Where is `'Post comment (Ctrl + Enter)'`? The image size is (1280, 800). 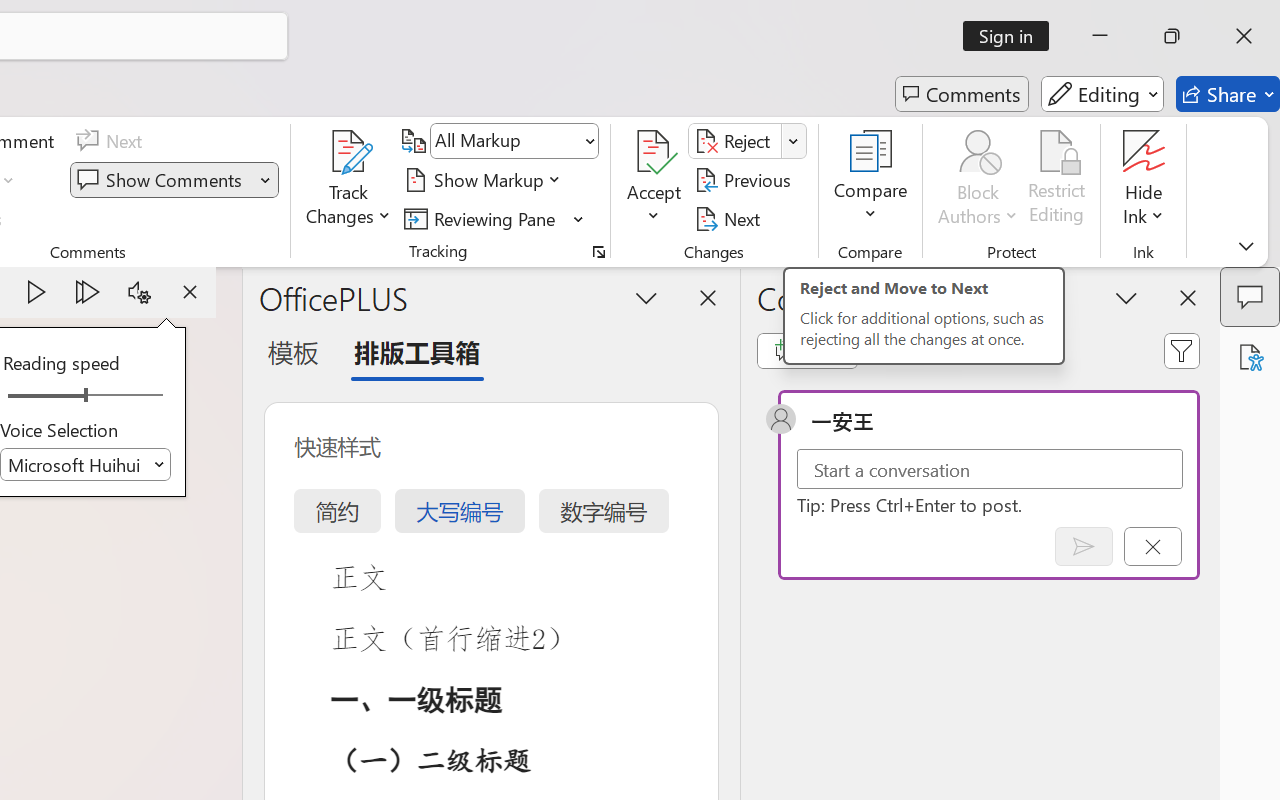
'Post comment (Ctrl + Enter)' is located at coordinates (1083, 546).